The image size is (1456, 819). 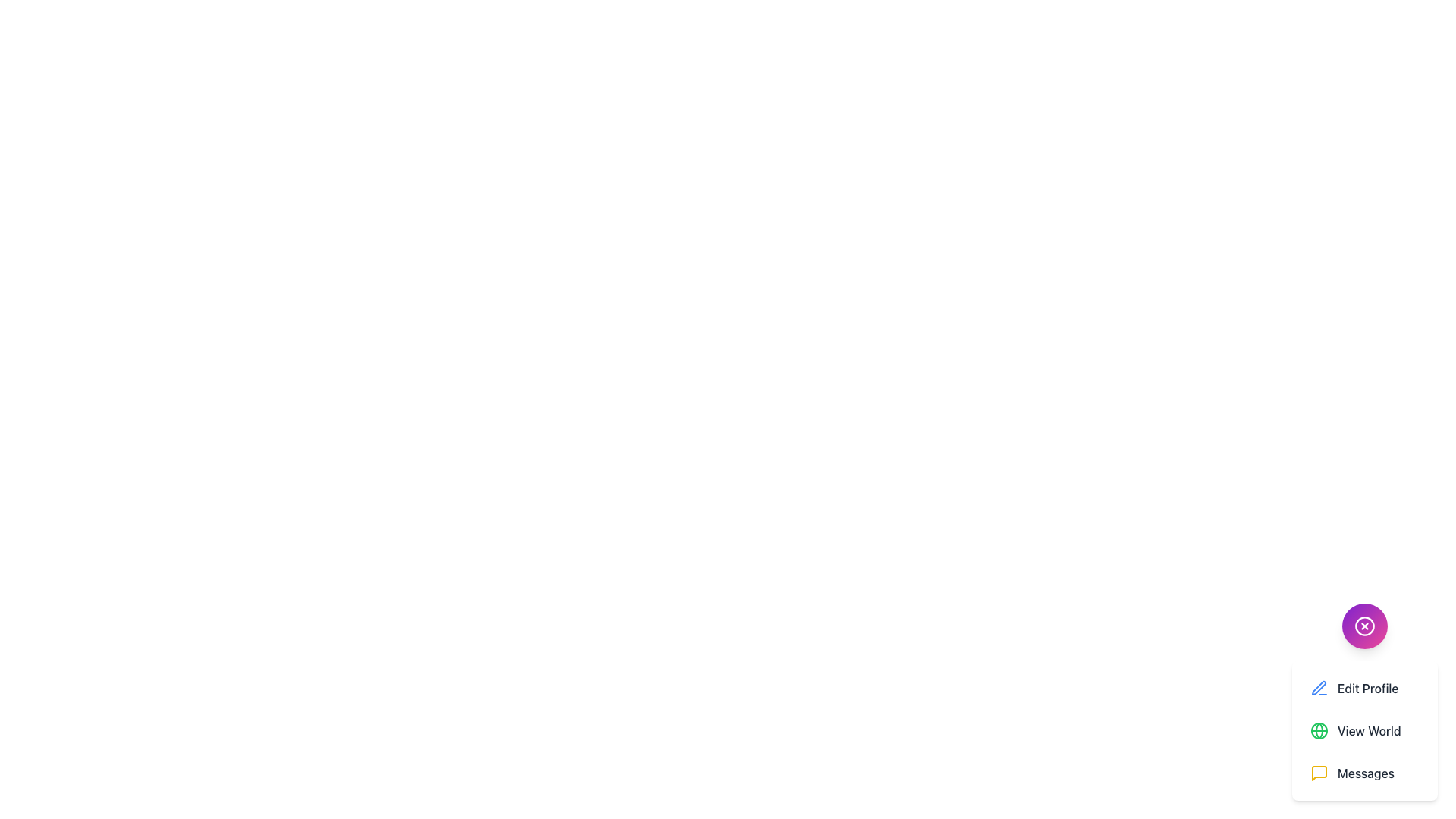 What do you see at coordinates (1365, 773) in the screenshot?
I see `the 'Messages' button, which is a horizontally-aligned button with a message bubble icon and rounded corners, located at the bottom of a vertical list of buttons` at bounding box center [1365, 773].